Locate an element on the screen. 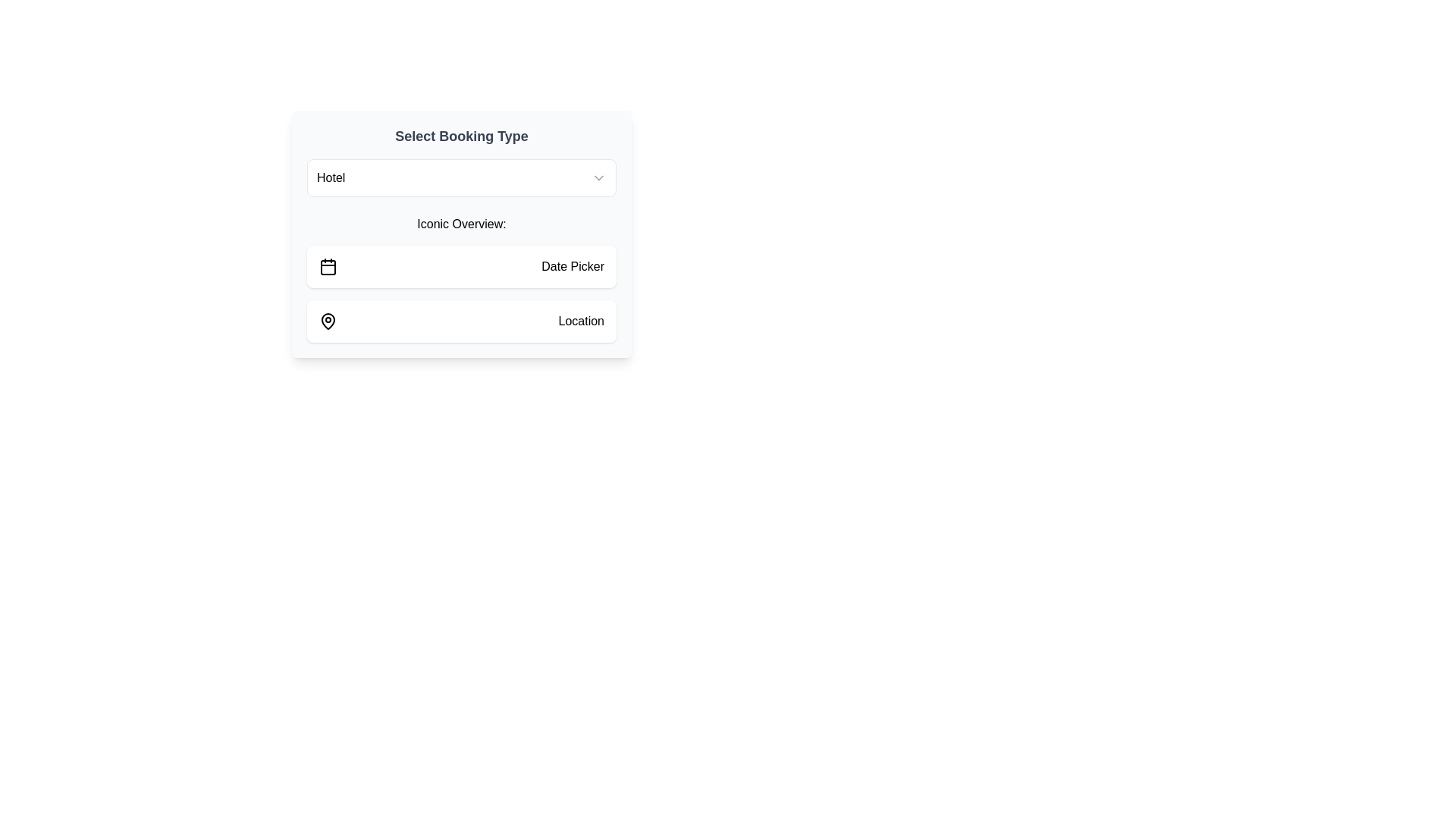 The image size is (1456, 819). the text label reading 'Hotel' is located at coordinates (330, 177).